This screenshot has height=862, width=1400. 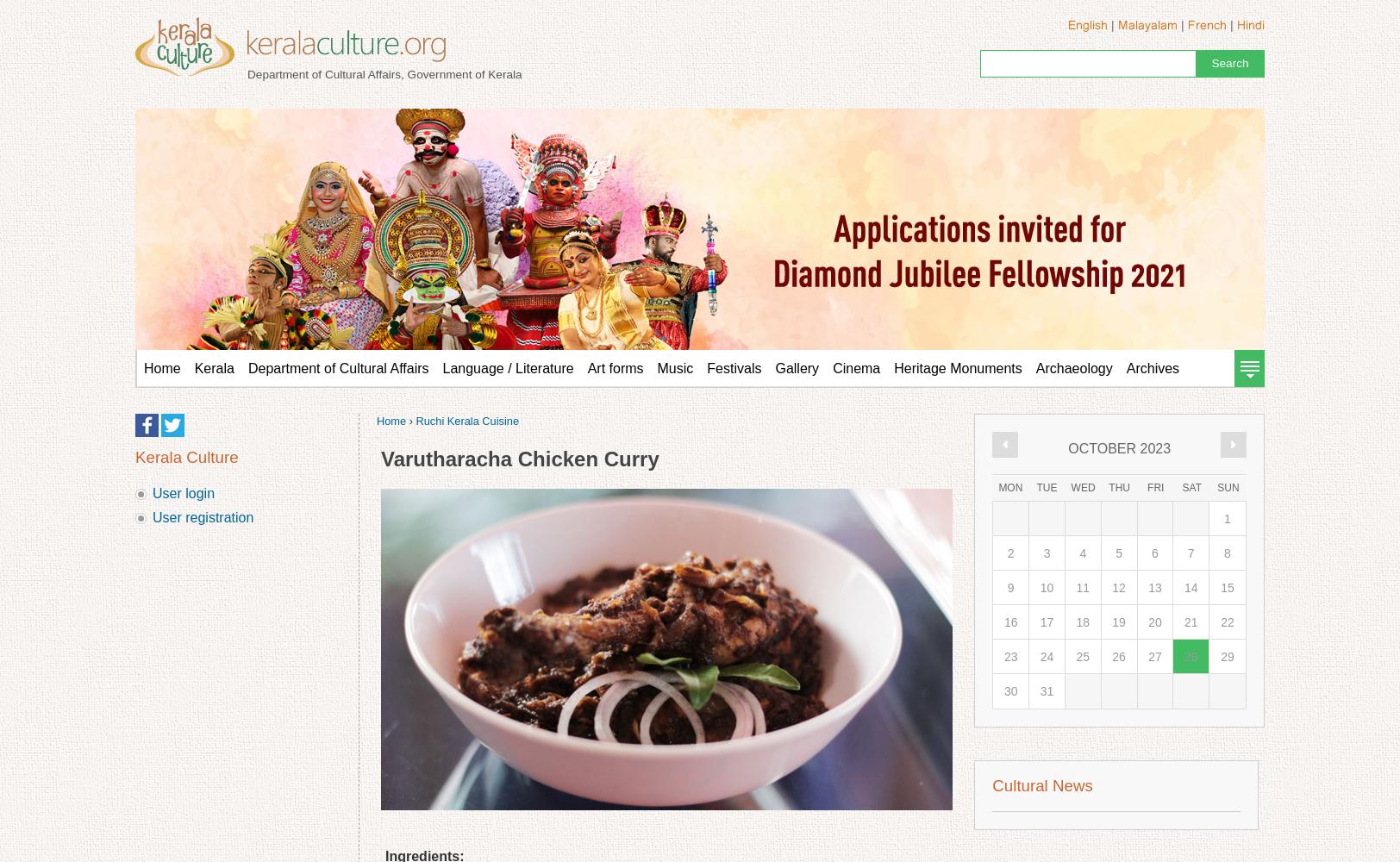 What do you see at coordinates (235, 404) in the screenshot?
I see `'Contact us'` at bounding box center [235, 404].